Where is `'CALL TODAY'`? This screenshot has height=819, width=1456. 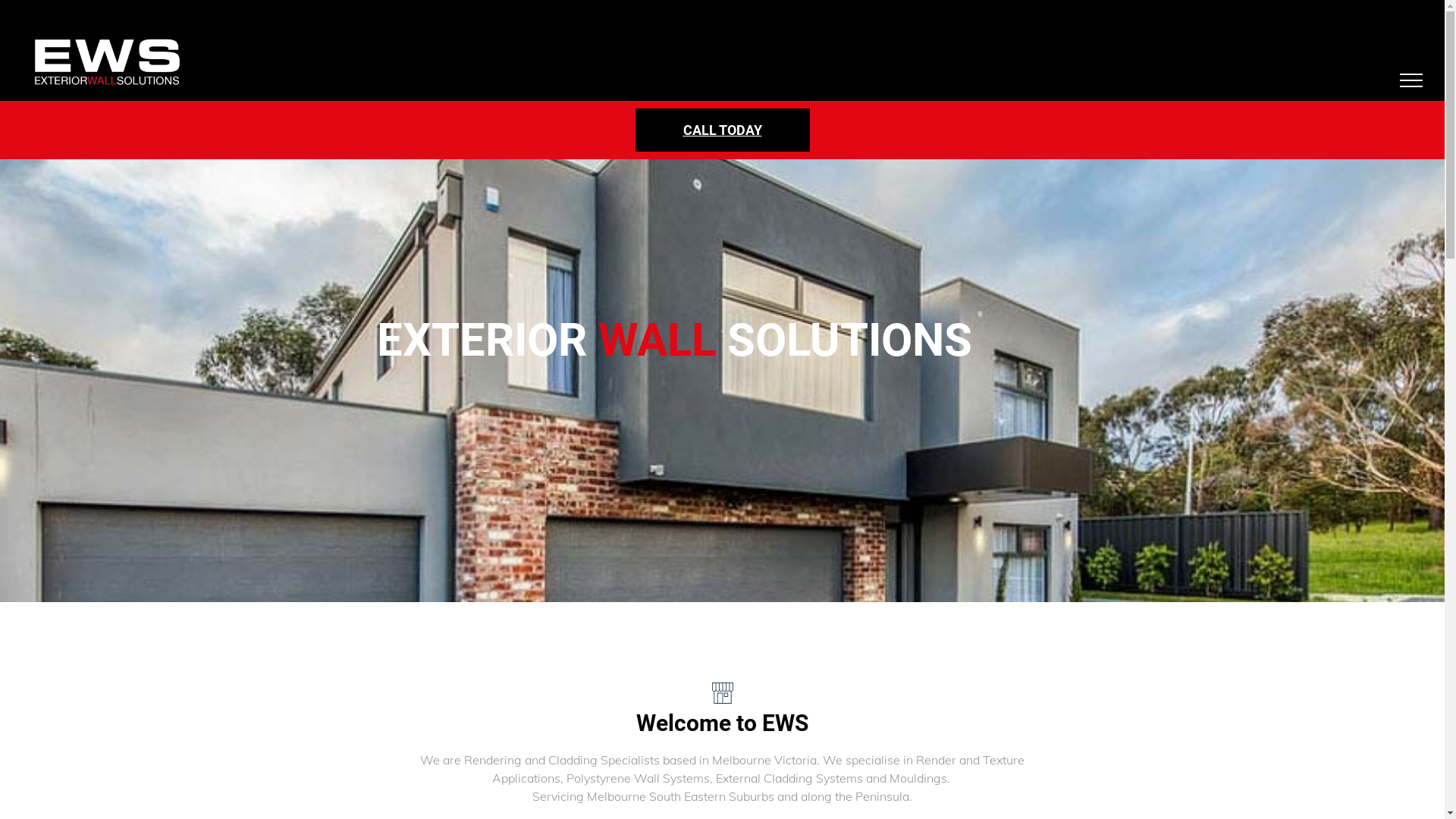 'CALL TODAY' is located at coordinates (722, 129).